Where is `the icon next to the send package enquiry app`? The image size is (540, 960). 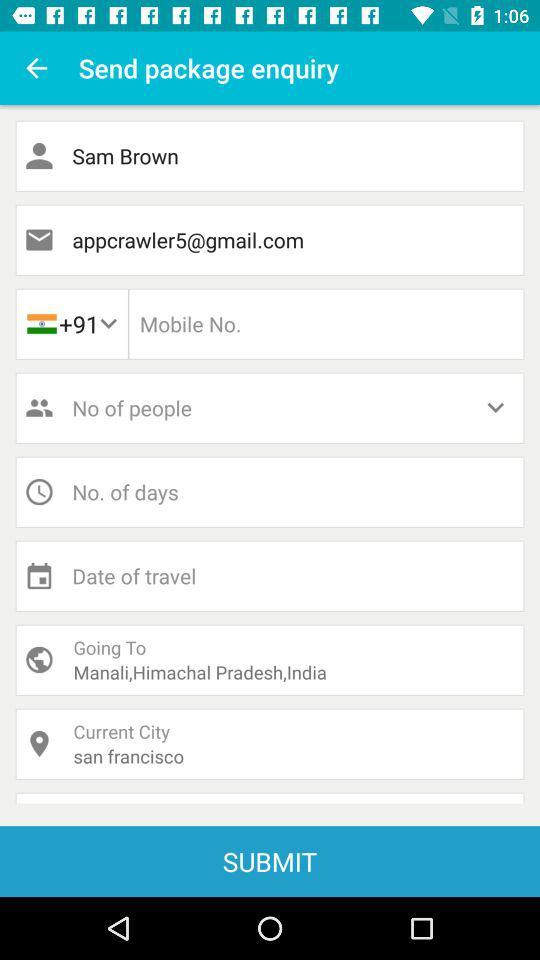
the icon next to the send package enquiry app is located at coordinates (36, 68).